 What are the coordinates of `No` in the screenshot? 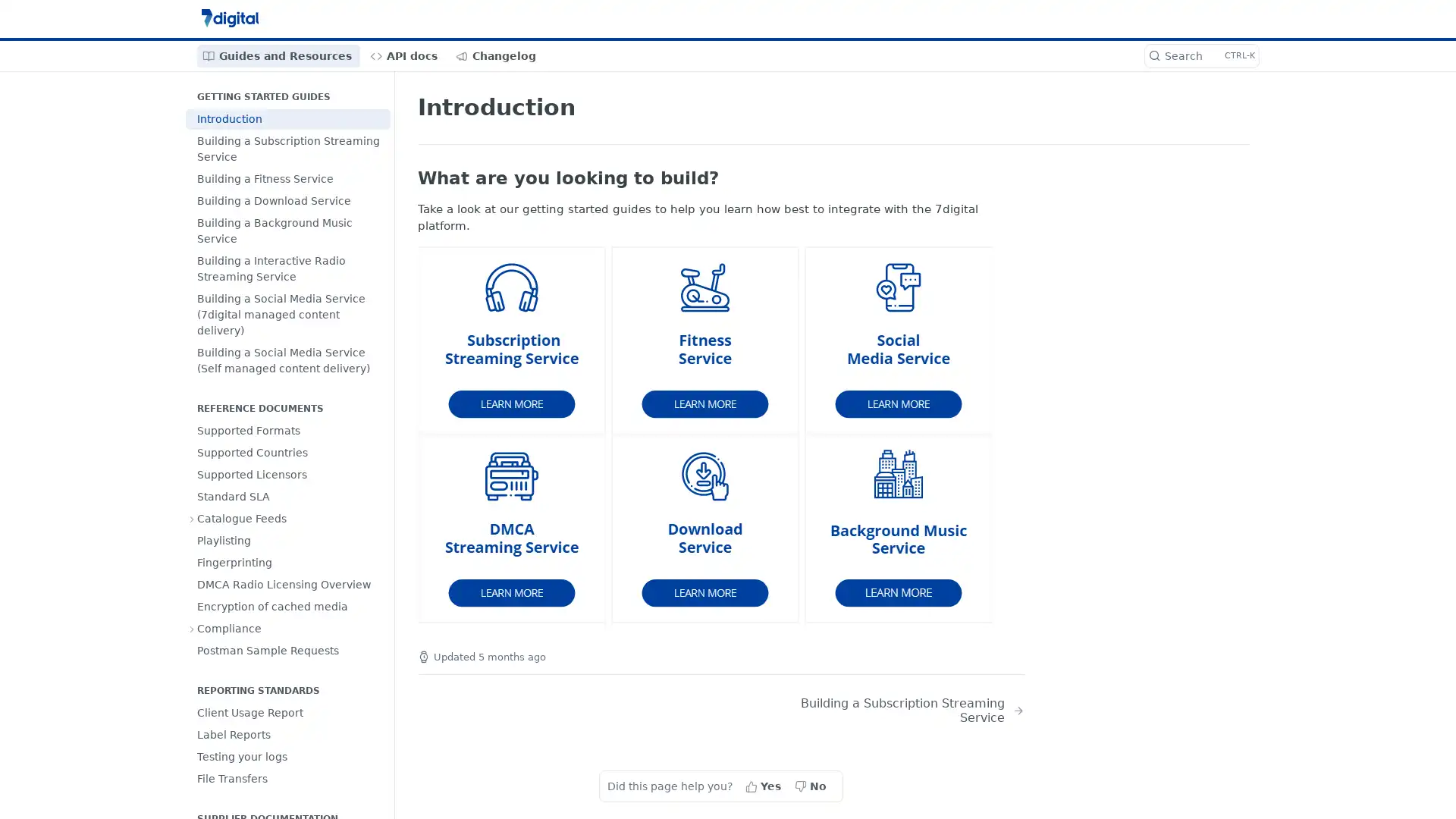 It's located at (811, 786).